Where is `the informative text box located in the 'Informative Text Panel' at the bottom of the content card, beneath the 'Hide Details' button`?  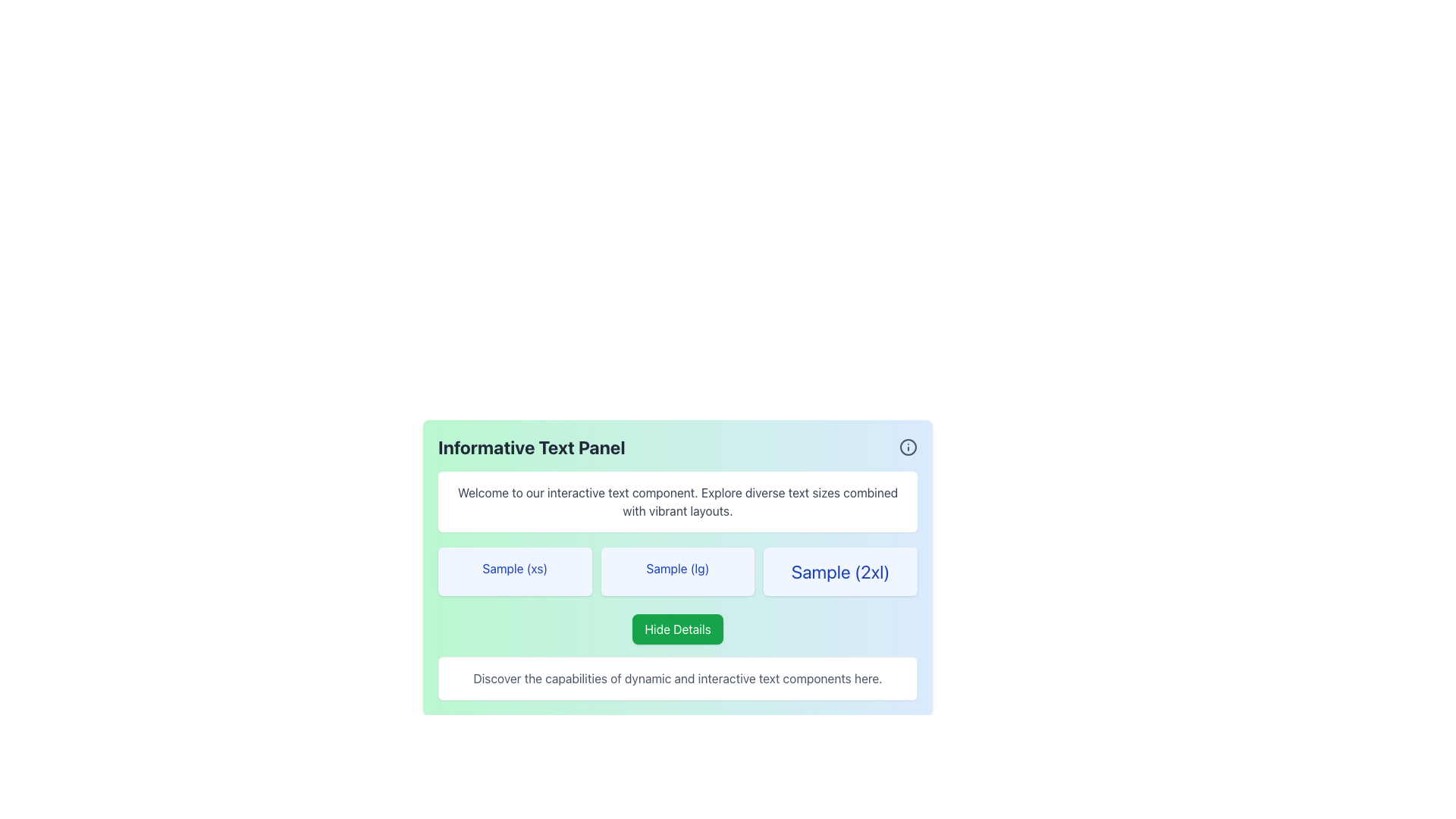
the informative text box located in the 'Informative Text Panel' at the bottom of the content card, beneath the 'Hide Details' button is located at coordinates (676, 677).